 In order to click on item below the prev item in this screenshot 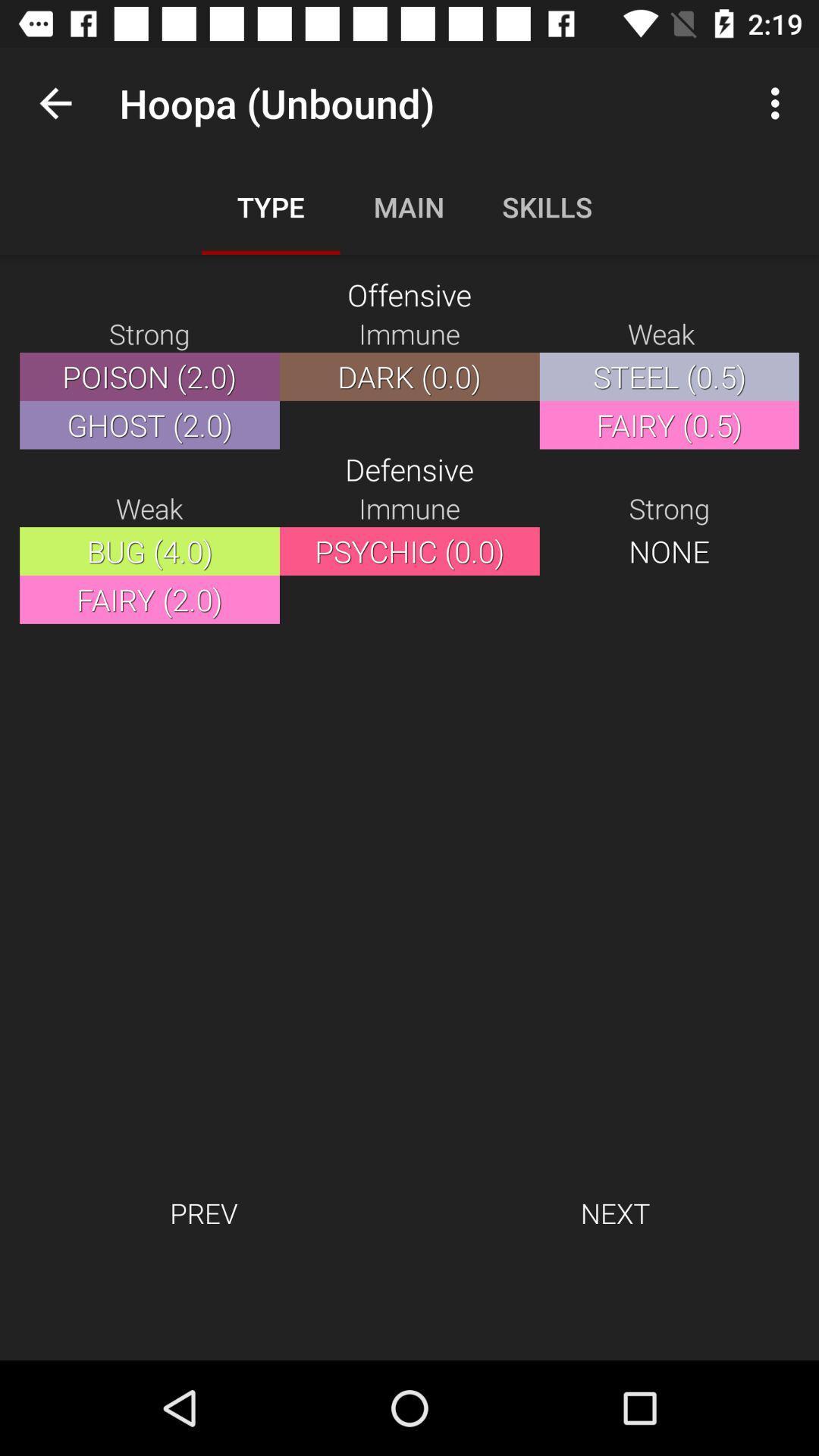, I will do `click(409, 1310)`.